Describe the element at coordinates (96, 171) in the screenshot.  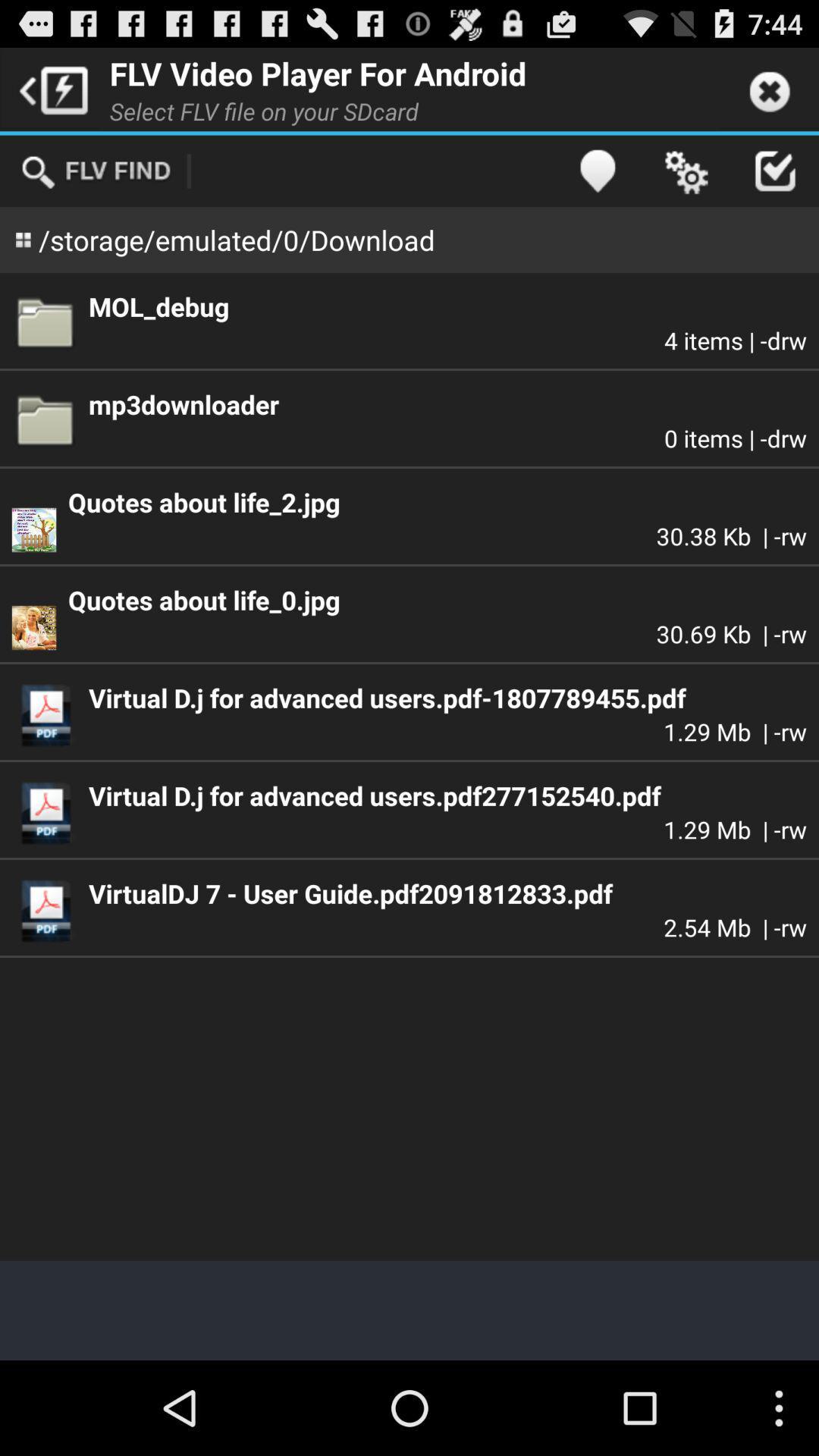
I see `the item above storage emulated 0` at that location.